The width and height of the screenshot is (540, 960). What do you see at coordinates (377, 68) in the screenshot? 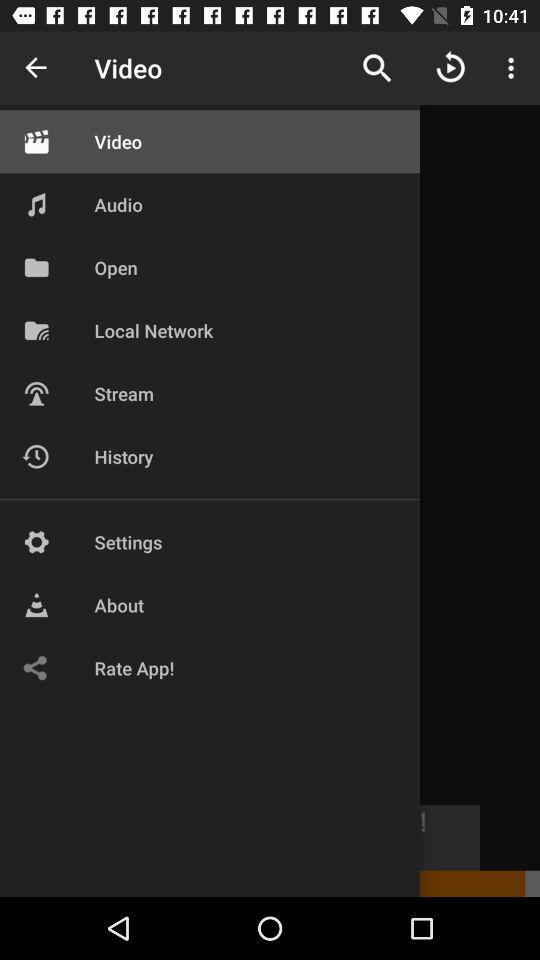
I see `search` at bounding box center [377, 68].